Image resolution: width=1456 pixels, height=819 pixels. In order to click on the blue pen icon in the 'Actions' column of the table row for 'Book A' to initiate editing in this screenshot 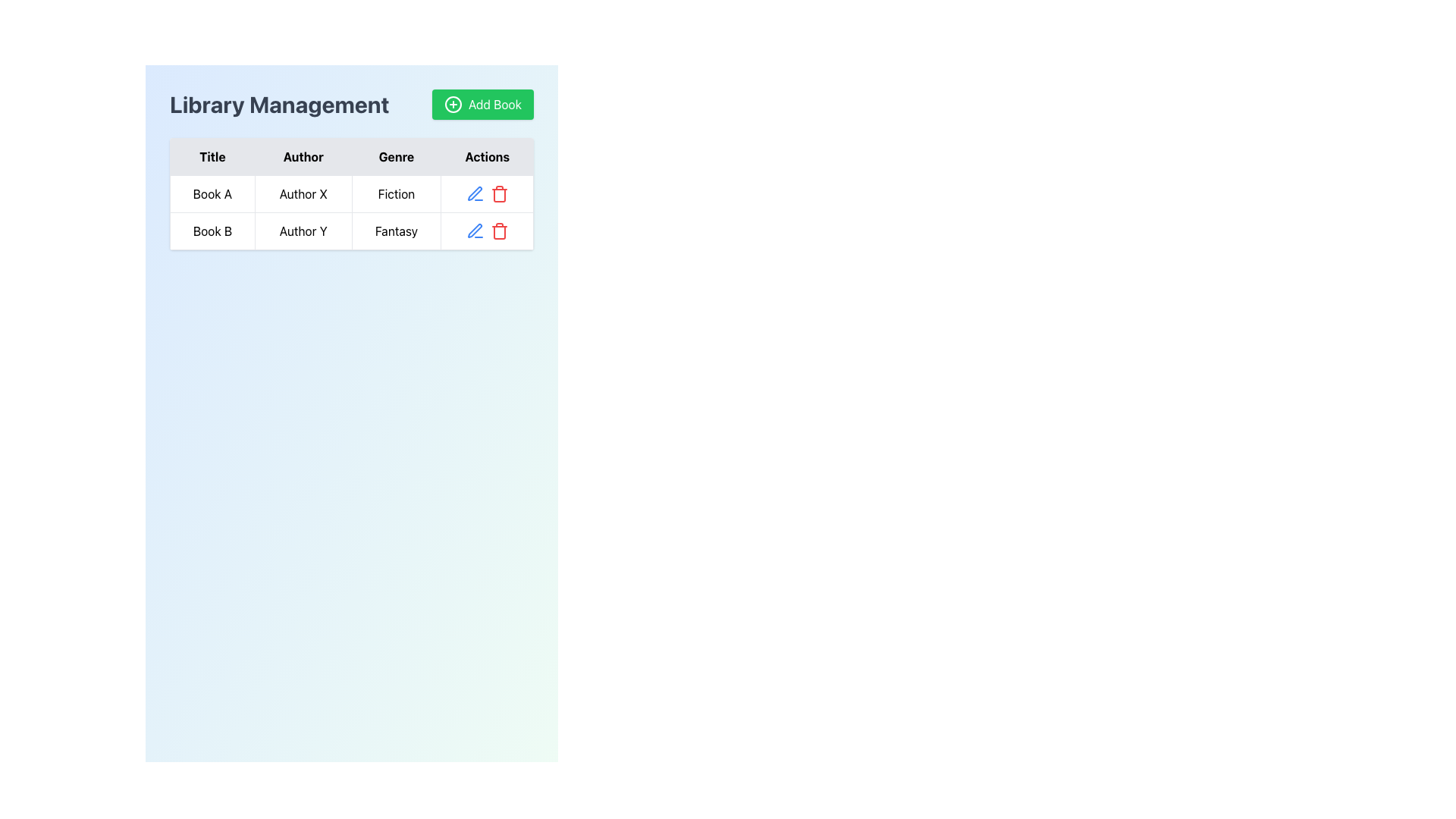, I will do `click(473, 231)`.